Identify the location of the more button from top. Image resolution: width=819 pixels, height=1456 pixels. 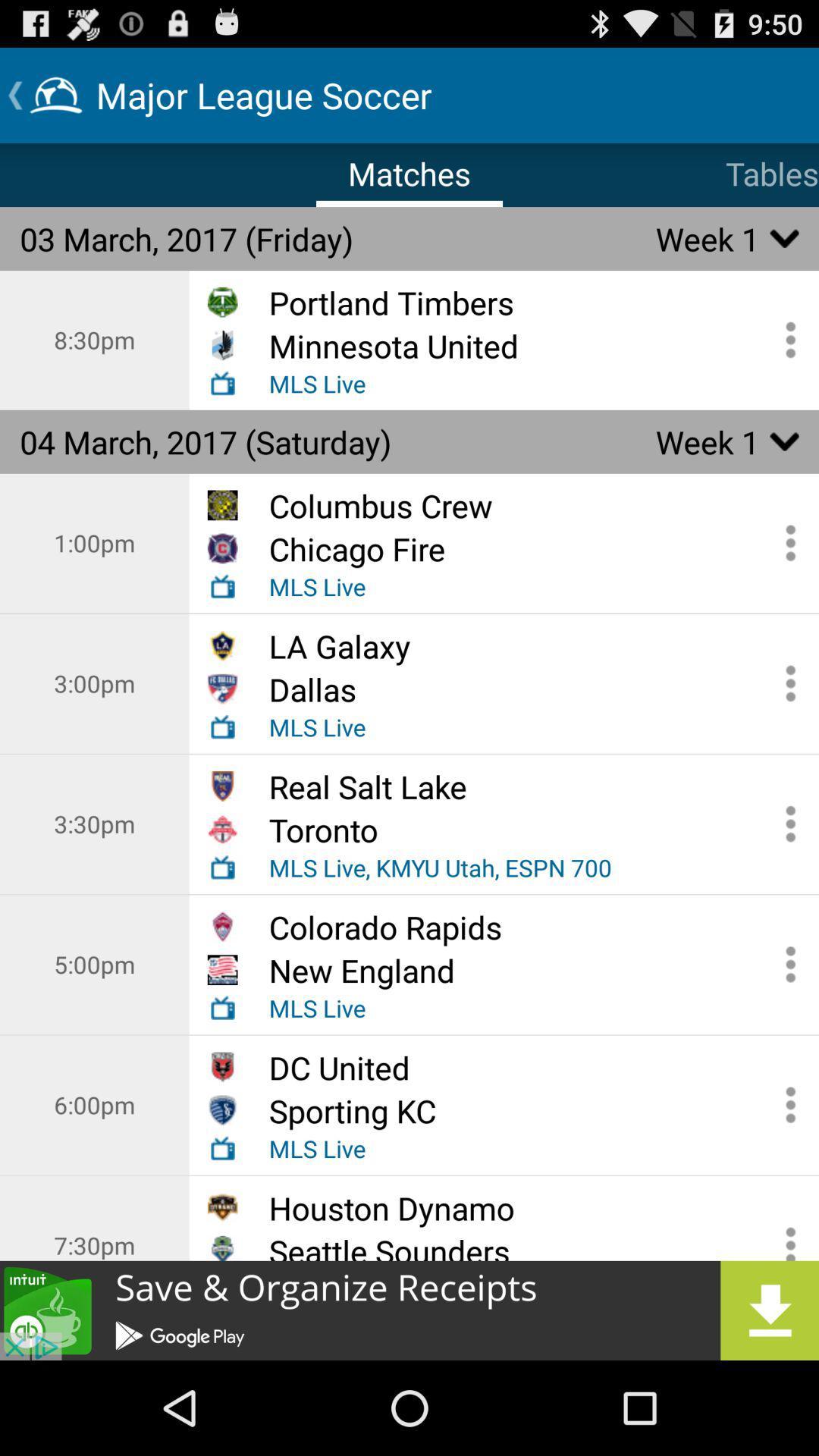
(785, 964).